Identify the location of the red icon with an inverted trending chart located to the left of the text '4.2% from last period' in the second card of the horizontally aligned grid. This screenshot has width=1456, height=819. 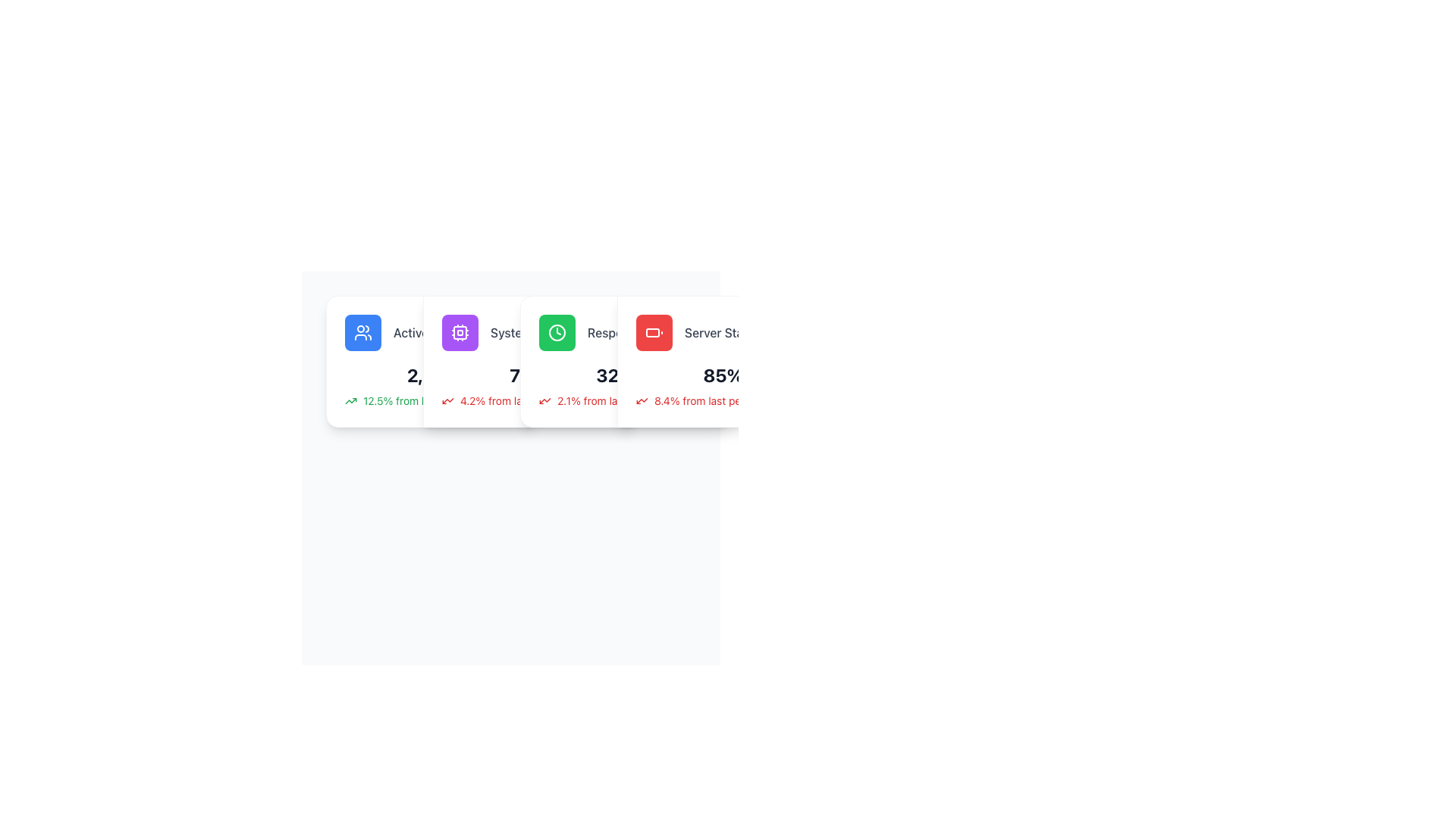
(447, 400).